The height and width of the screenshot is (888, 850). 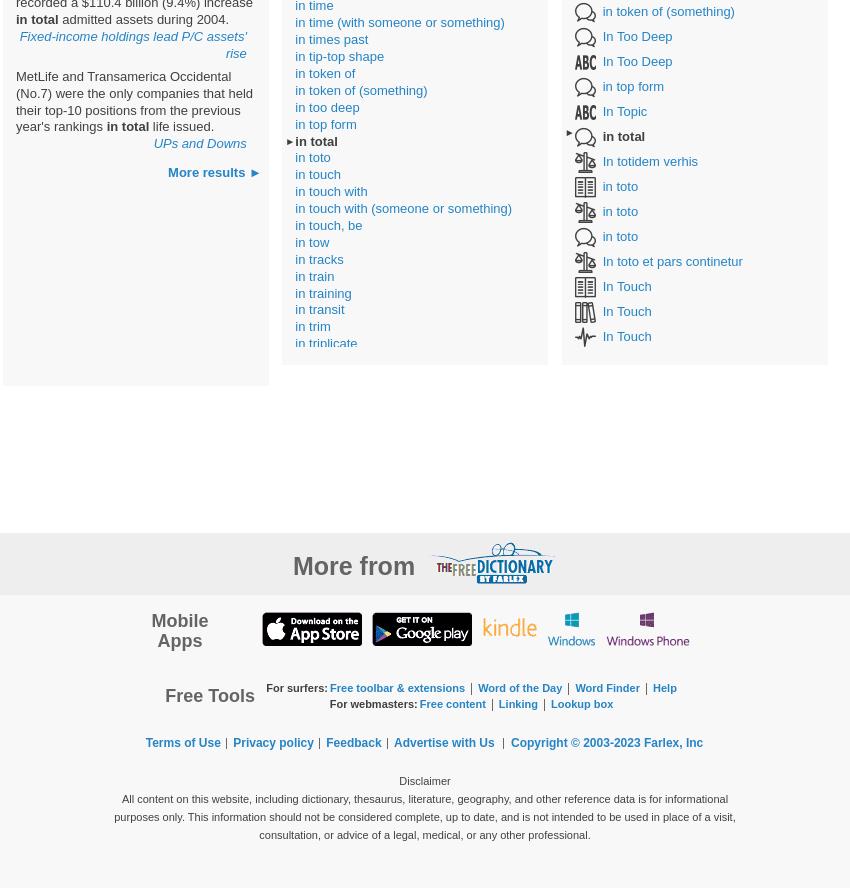 I want to click on 'Farlex, Inc', so click(x=673, y=741).